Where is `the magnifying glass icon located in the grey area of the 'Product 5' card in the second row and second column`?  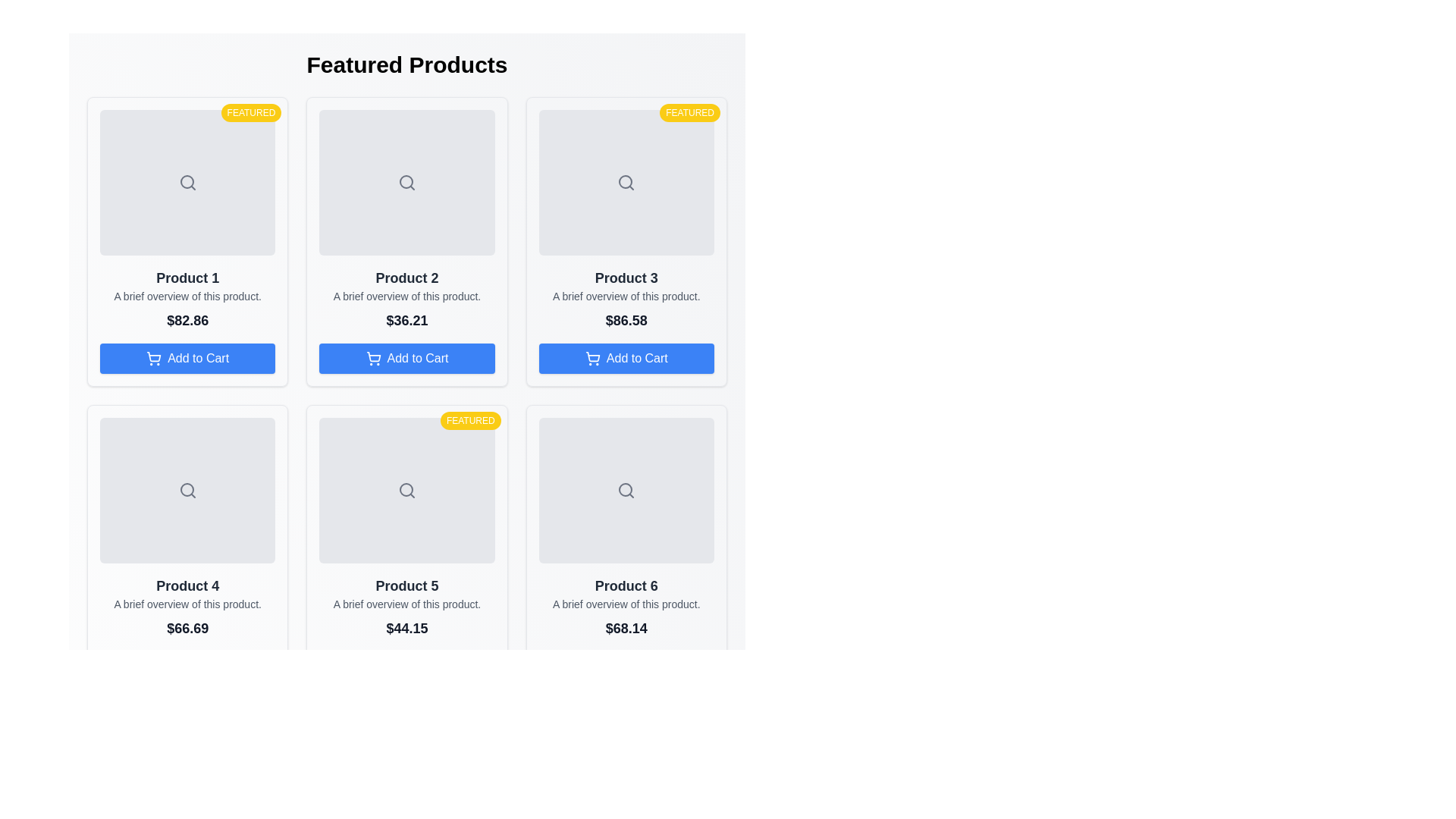 the magnifying glass icon located in the grey area of the 'Product 5' card in the second row and second column is located at coordinates (407, 491).